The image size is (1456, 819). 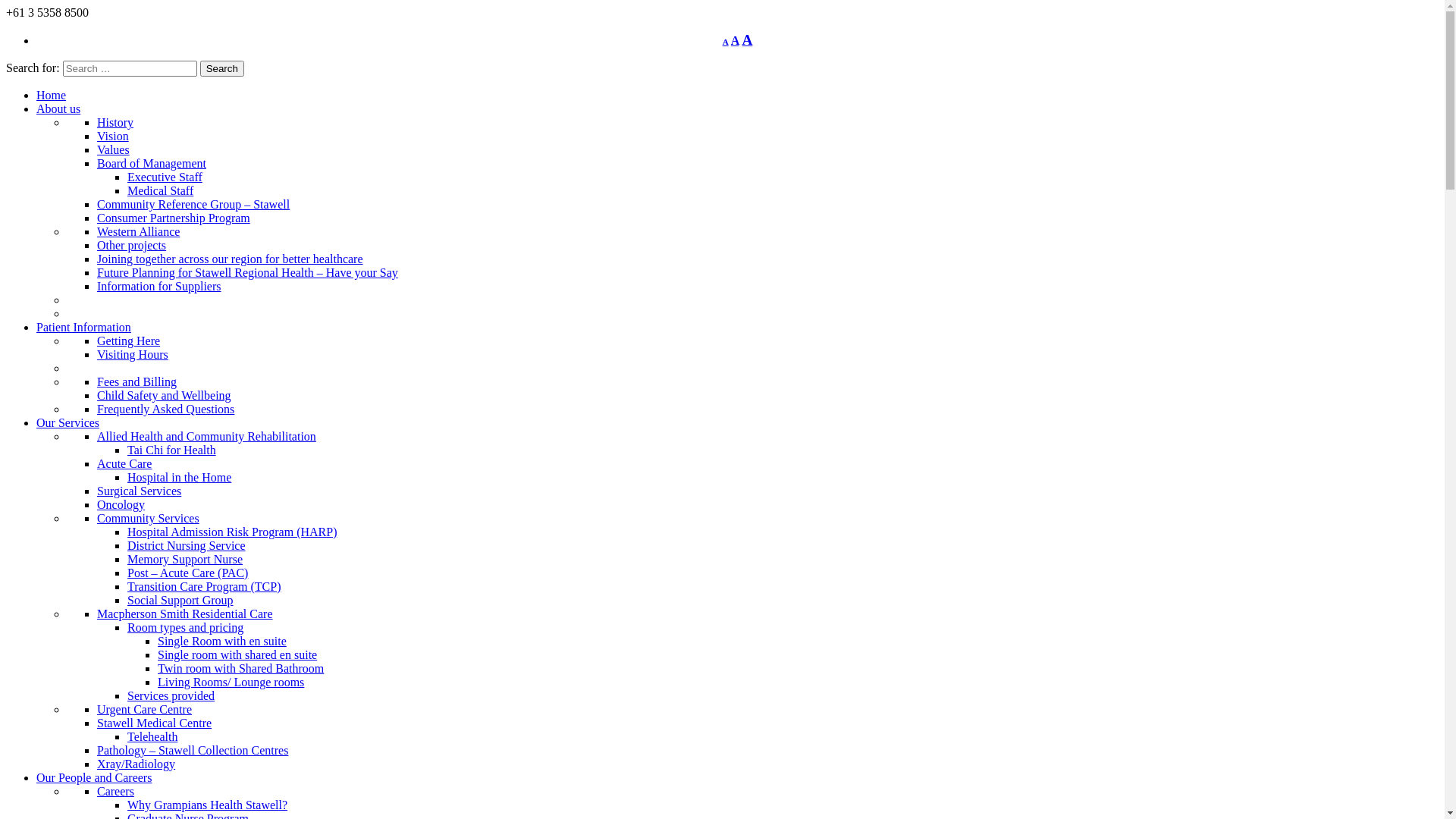 What do you see at coordinates (724, 40) in the screenshot?
I see `'A'` at bounding box center [724, 40].